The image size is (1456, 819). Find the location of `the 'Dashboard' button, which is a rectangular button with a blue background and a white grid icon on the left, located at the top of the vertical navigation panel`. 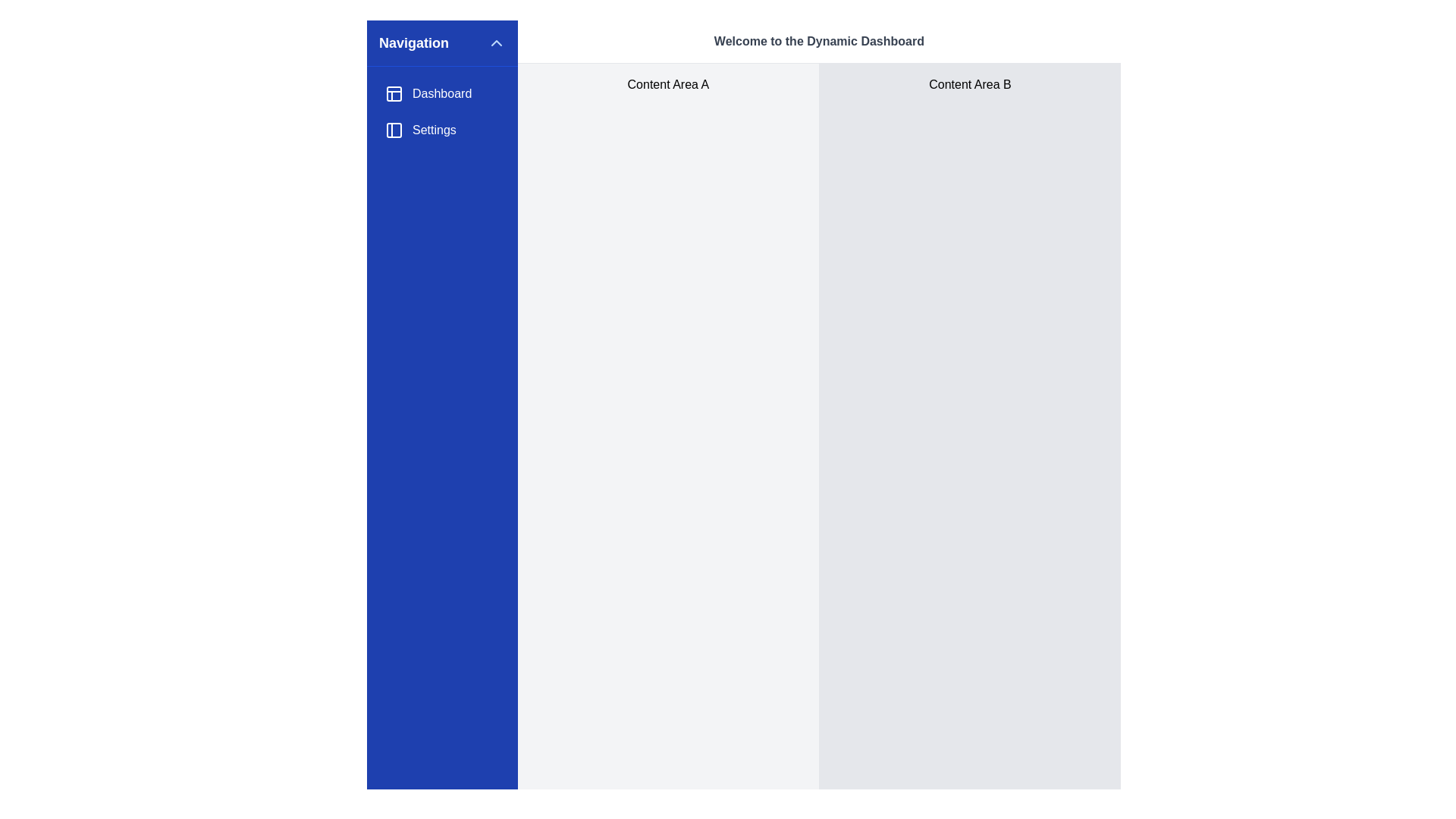

the 'Dashboard' button, which is a rectangular button with a blue background and a white grid icon on the left, located at the top of the vertical navigation panel is located at coordinates (441, 93).